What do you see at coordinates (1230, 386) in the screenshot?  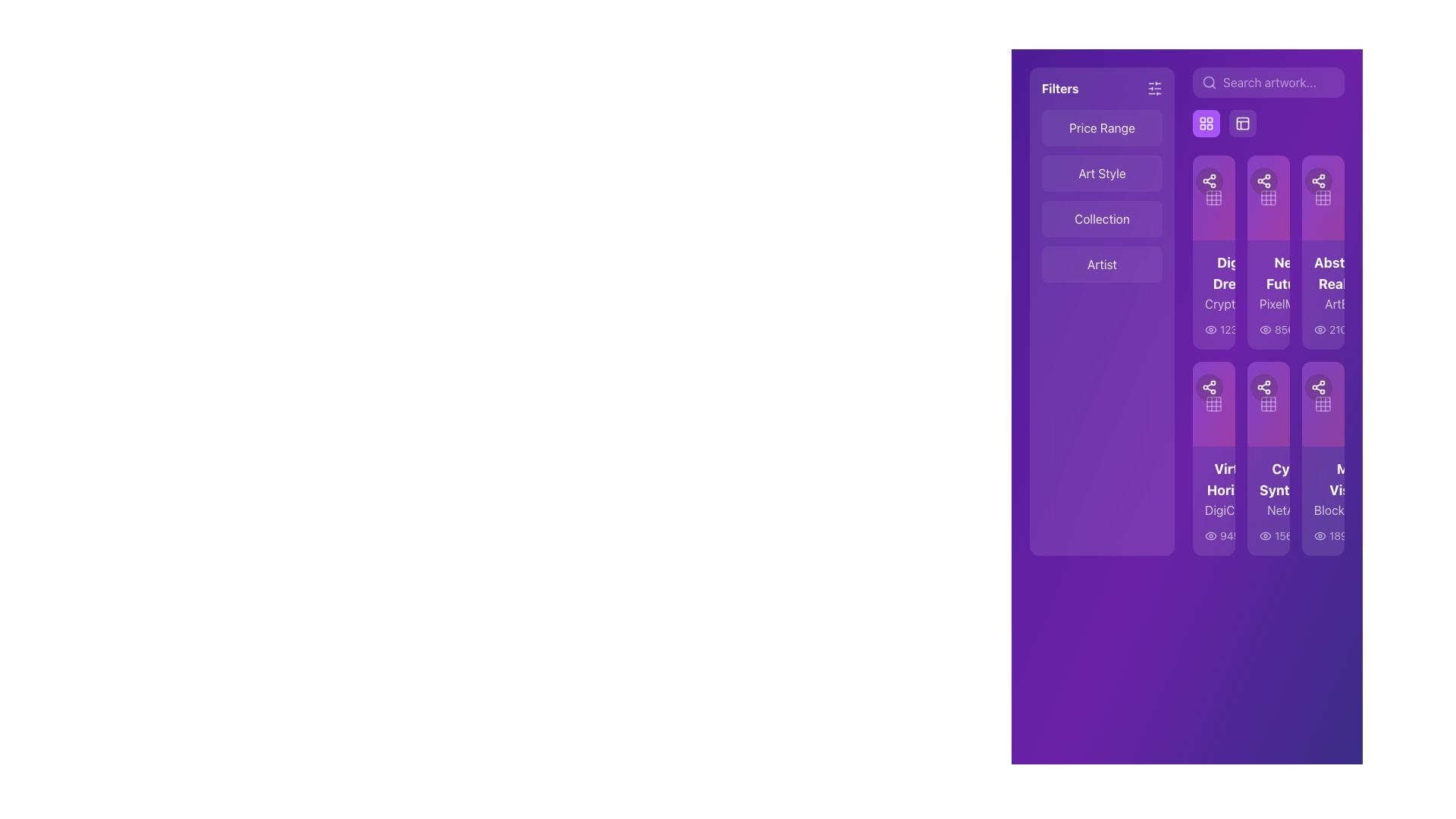 I see `the 'favorite' icon located in the right panel, specifically the third icon in the vertical column of the second card in the third row` at bounding box center [1230, 386].